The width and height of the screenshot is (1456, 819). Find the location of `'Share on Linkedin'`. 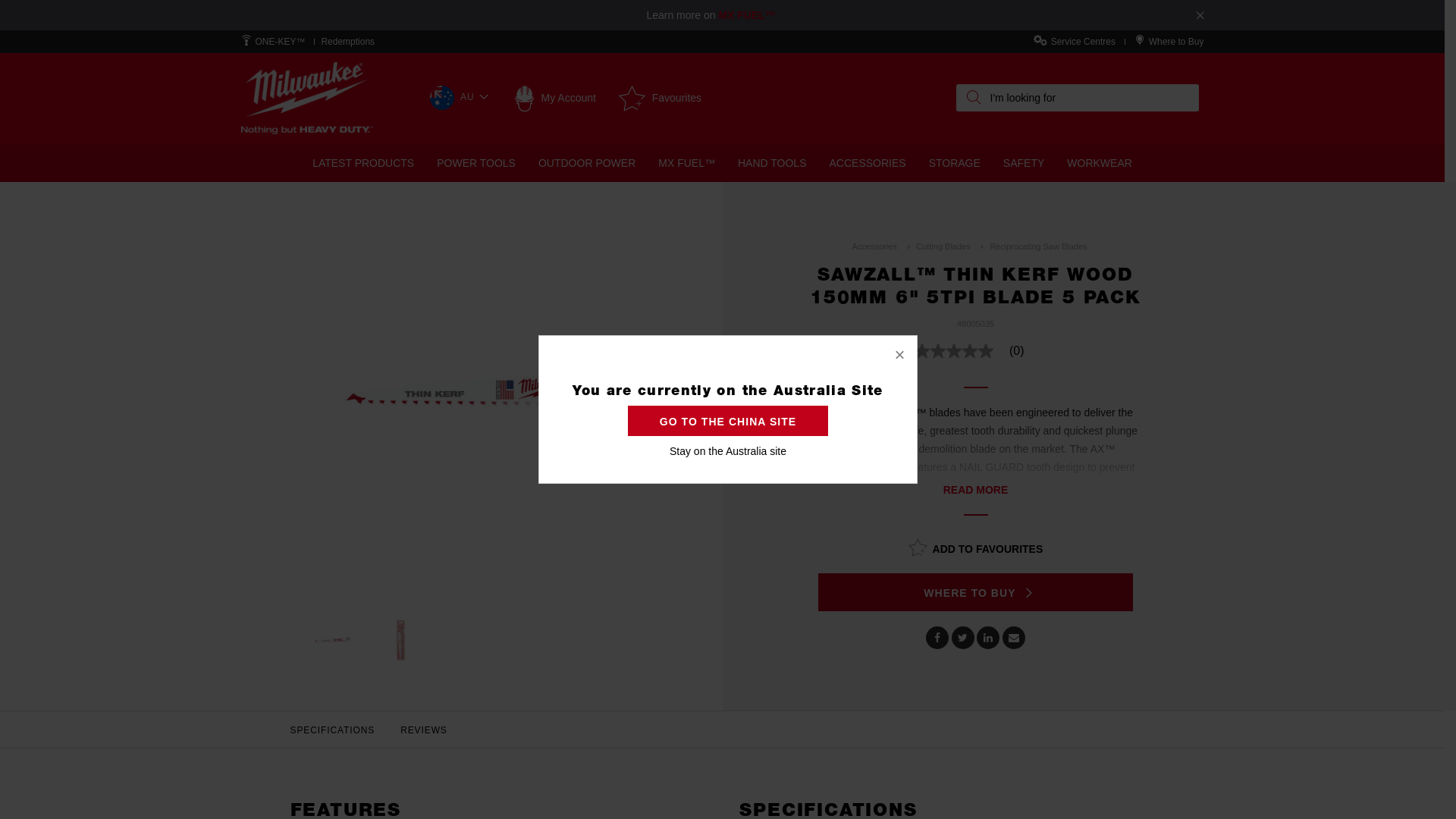

'Share on Linkedin' is located at coordinates (987, 637).